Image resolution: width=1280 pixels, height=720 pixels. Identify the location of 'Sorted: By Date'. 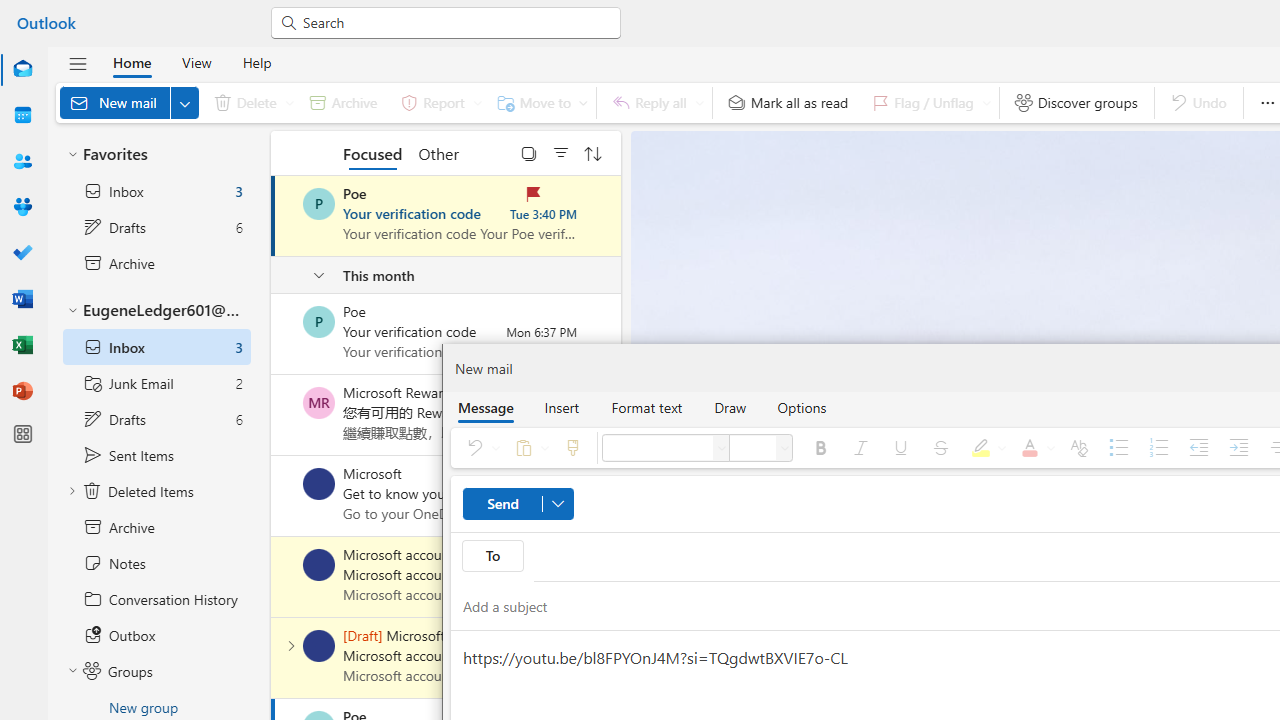
(592, 152).